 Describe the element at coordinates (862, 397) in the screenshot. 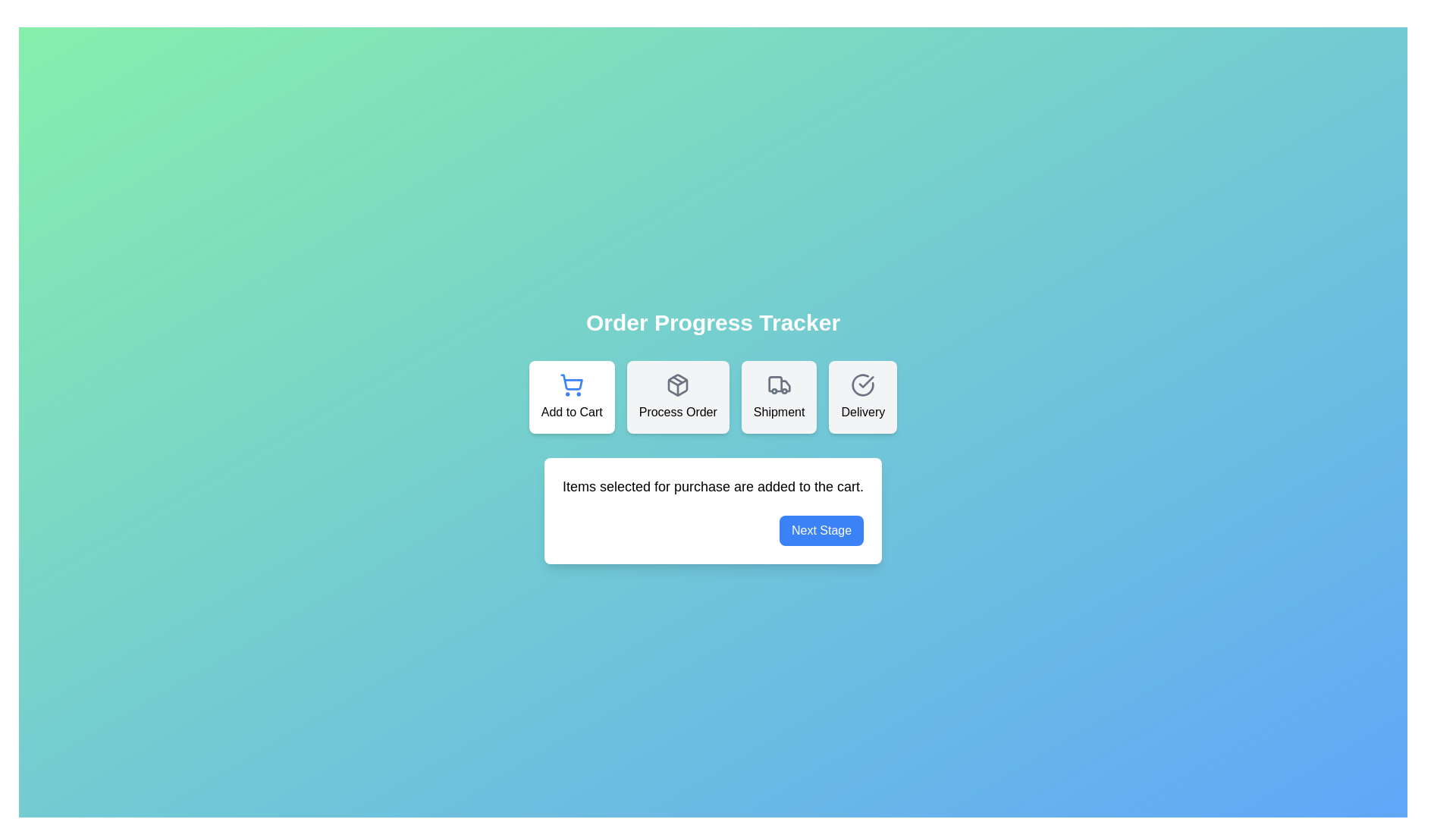

I see `the stage icon representing Delivery to select it` at that location.